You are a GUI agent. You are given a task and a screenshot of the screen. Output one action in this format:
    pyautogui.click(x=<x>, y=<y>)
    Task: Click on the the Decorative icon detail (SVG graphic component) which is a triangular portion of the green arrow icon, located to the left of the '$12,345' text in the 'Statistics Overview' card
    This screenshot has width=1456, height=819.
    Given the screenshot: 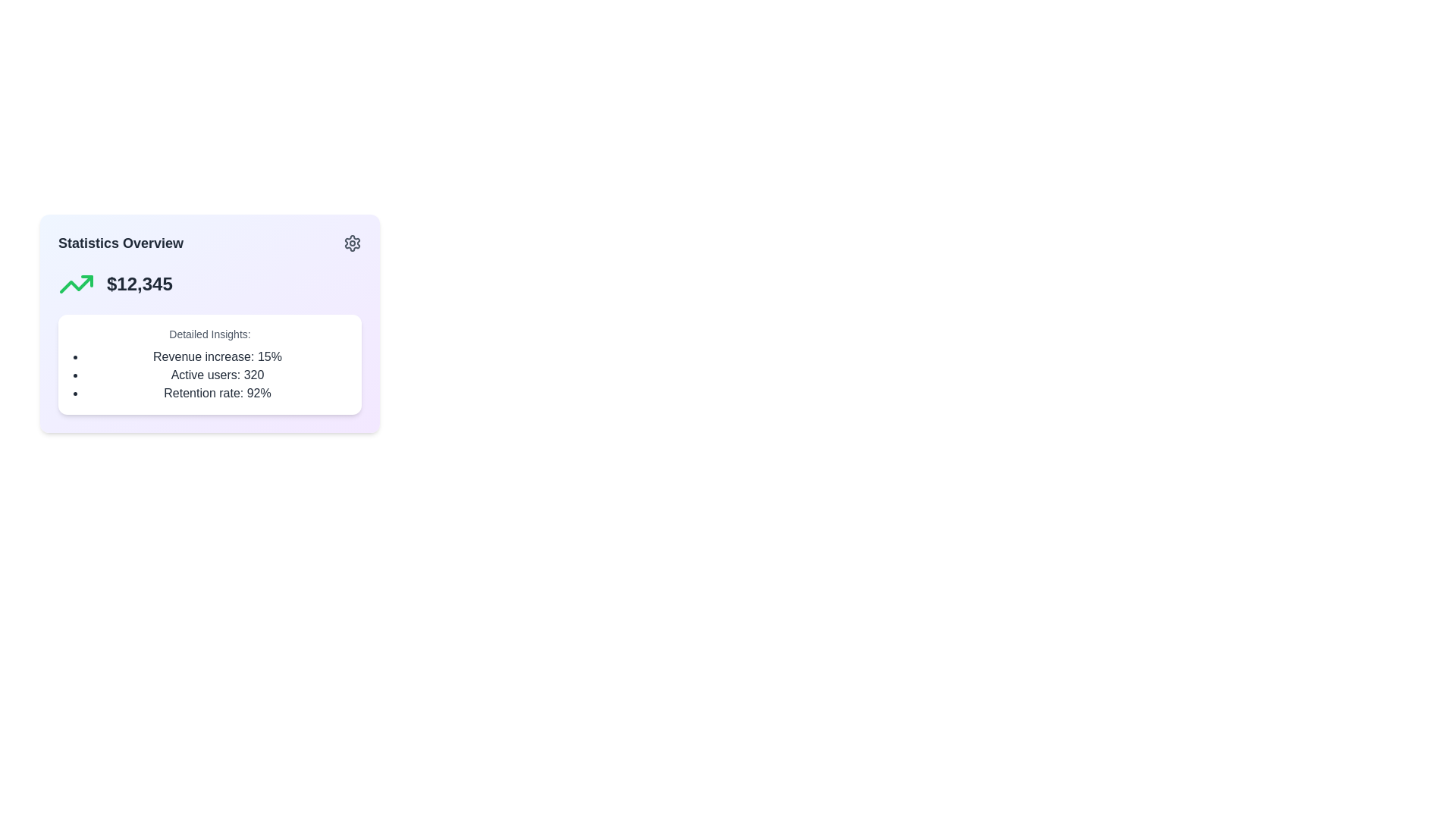 What is the action you would take?
    pyautogui.click(x=86, y=281)
    